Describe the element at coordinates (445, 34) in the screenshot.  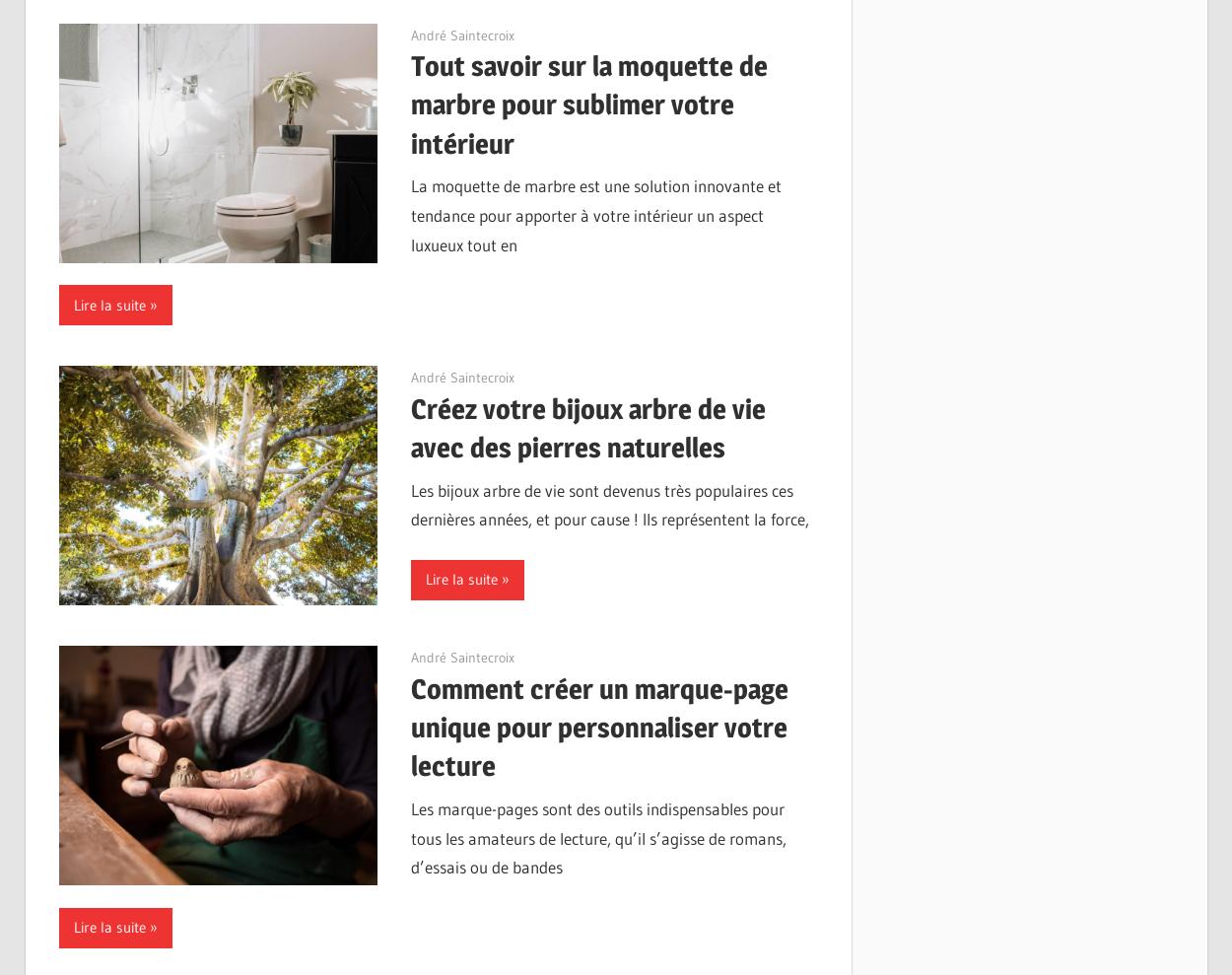
I see `'16/10/2023'` at that location.